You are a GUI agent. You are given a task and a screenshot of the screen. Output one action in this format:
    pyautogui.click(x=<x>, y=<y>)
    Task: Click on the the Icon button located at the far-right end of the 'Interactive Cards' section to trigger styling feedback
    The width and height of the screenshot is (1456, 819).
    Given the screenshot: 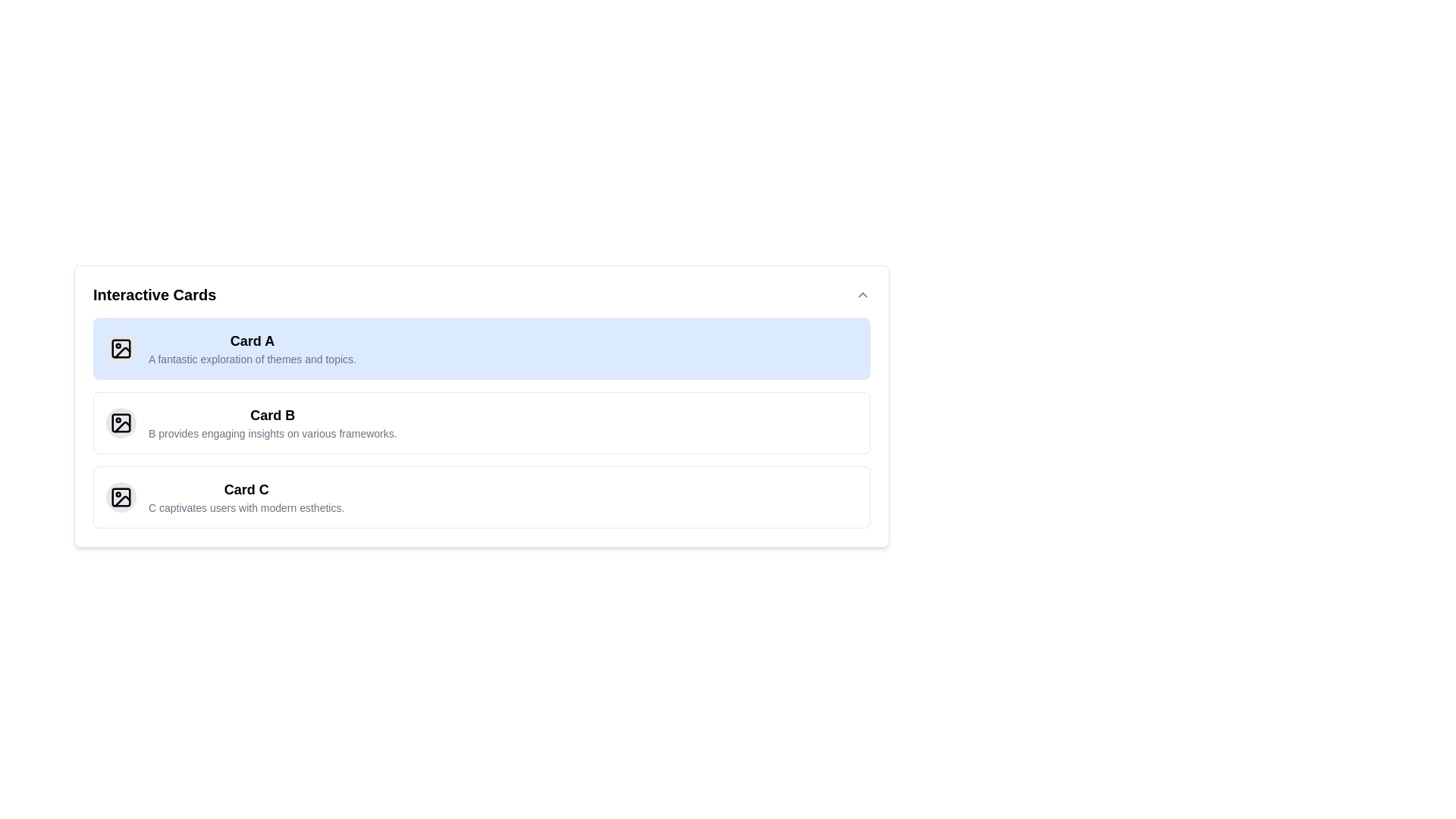 What is the action you would take?
    pyautogui.click(x=862, y=295)
    